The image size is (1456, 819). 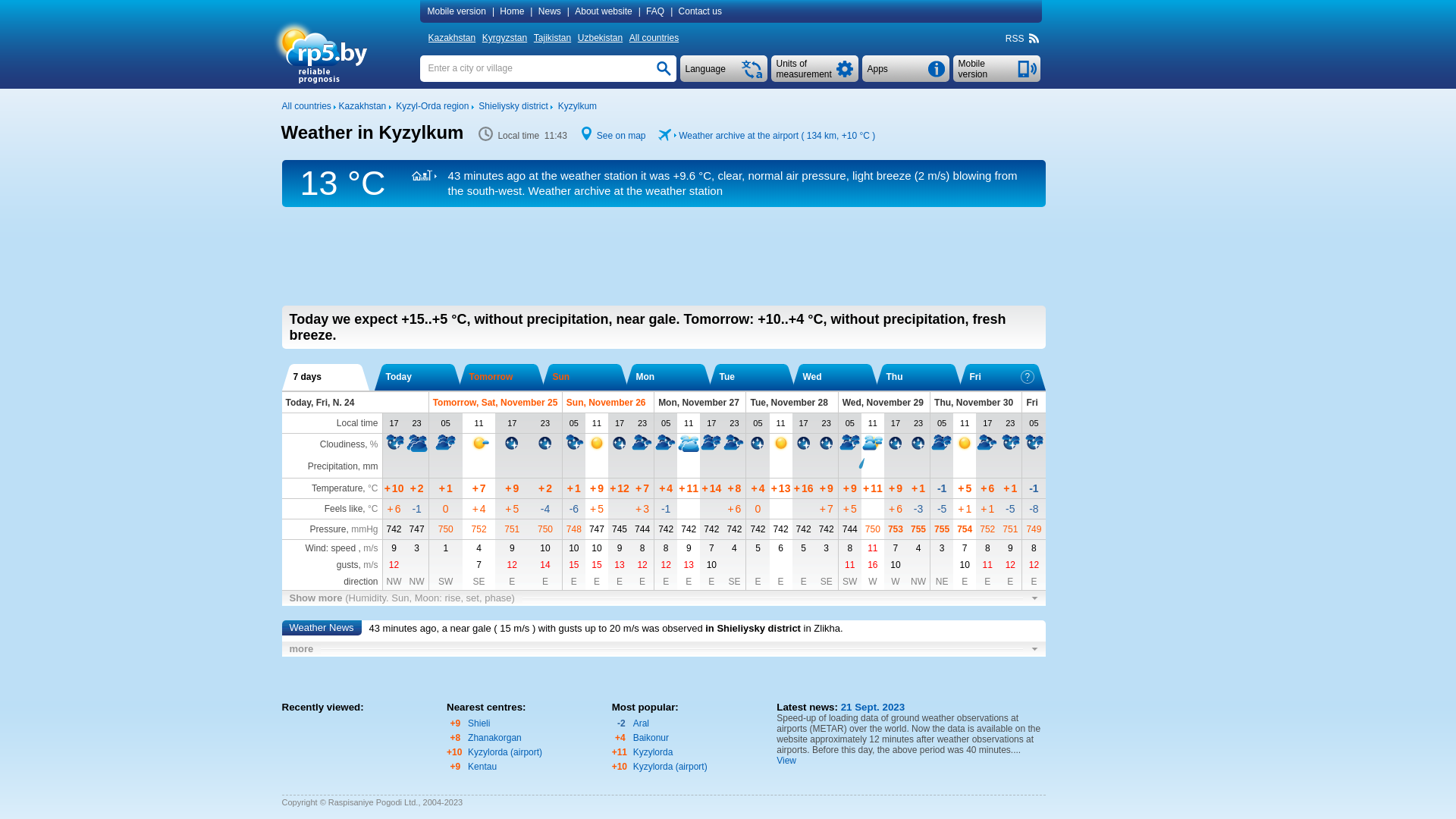 I want to click on 'FAQ', so click(x=656, y=11).